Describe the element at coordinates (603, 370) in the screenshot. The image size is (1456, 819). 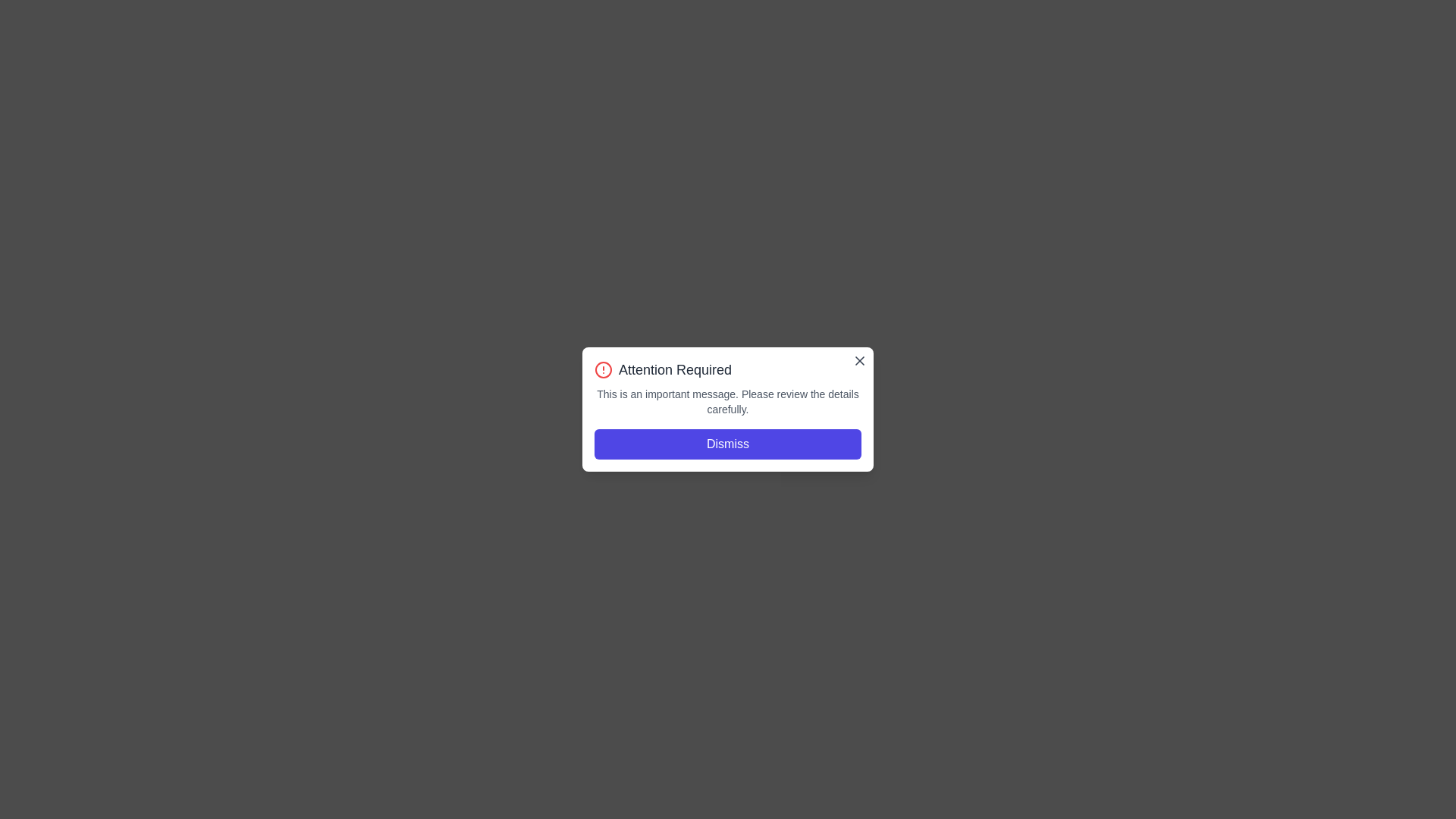
I see `the circular icon with a red border and a vertical line inside, located to the left of the 'Attention Required' text` at that location.